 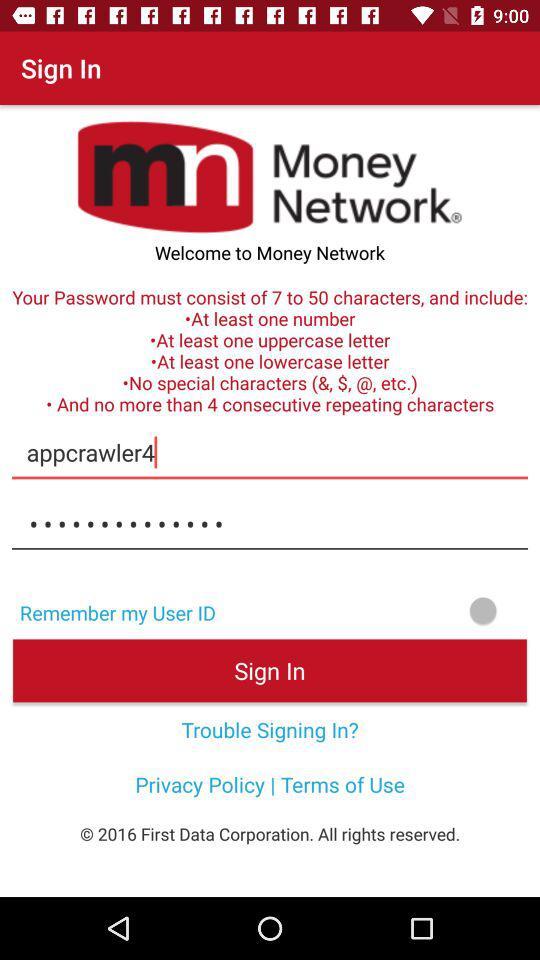 What do you see at coordinates (384, 609) in the screenshot?
I see `turn remember my user id on` at bounding box center [384, 609].